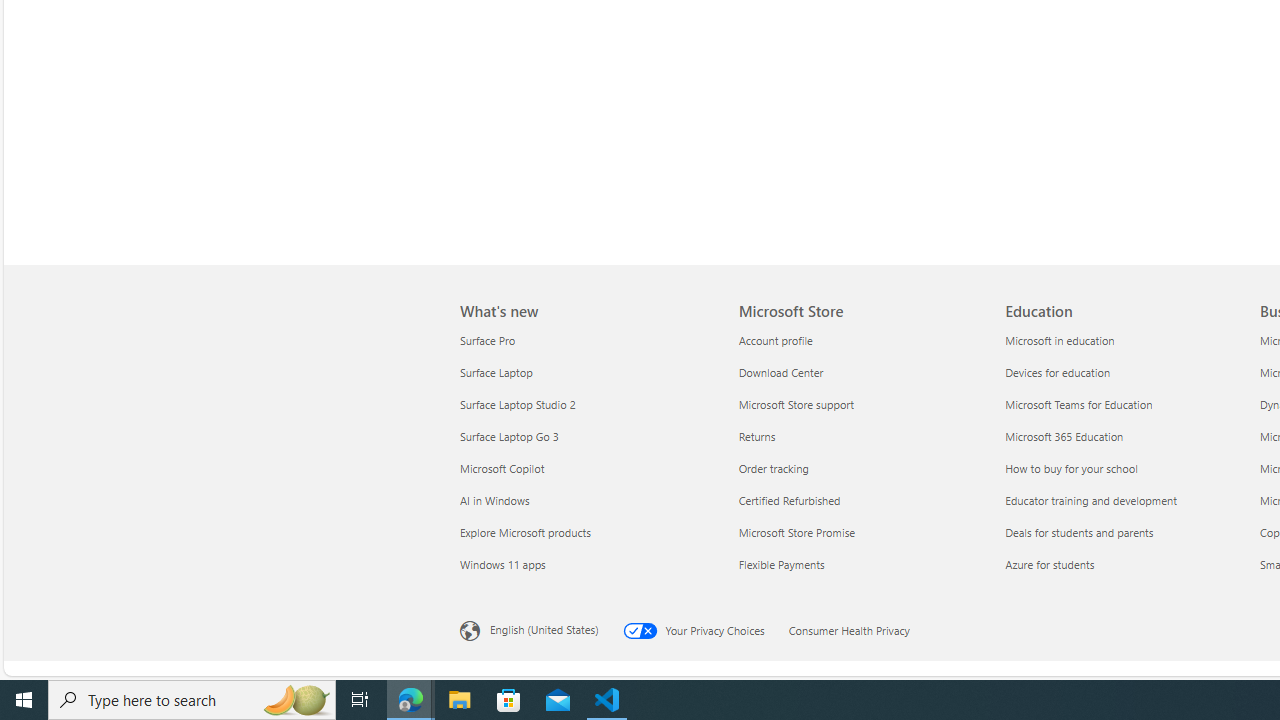  What do you see at coordinates (795, 403) in the screenshot?
I see `'Microsoft Store support Microsoft Store'` at bounding box center [795, 403].